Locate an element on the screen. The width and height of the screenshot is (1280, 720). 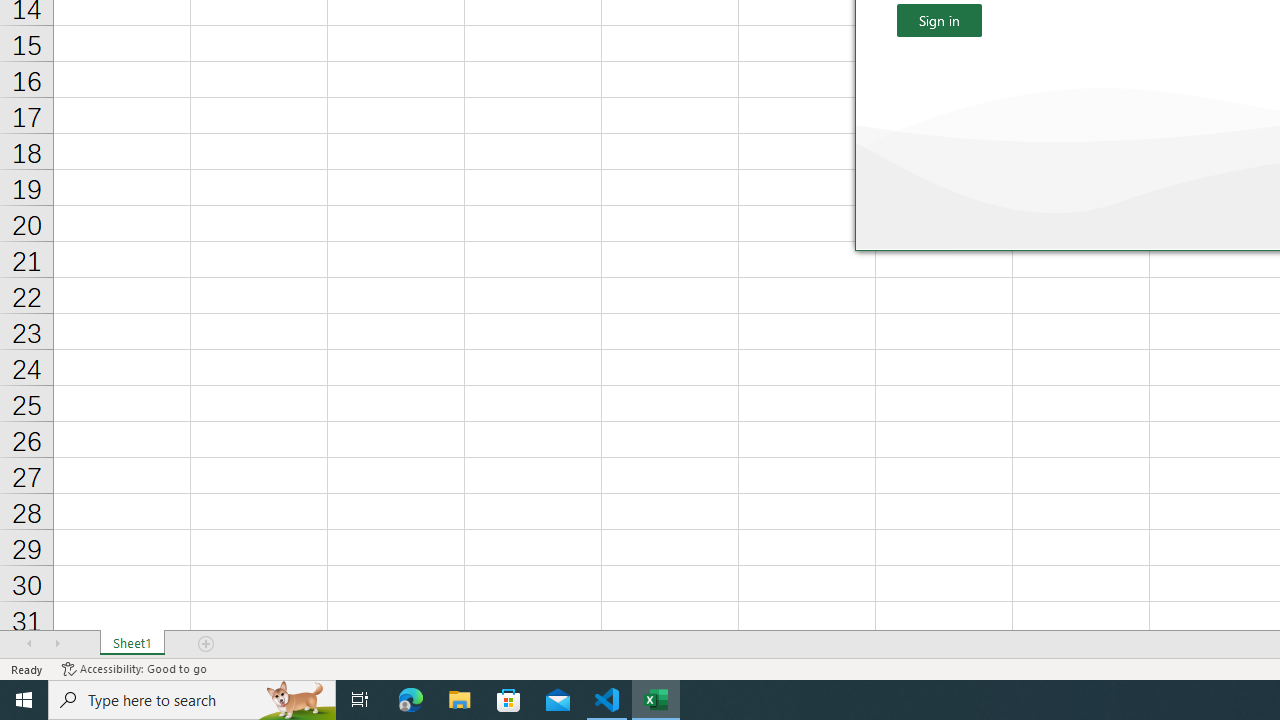
'Microsoft Store' is located at coordinates (509, 698).